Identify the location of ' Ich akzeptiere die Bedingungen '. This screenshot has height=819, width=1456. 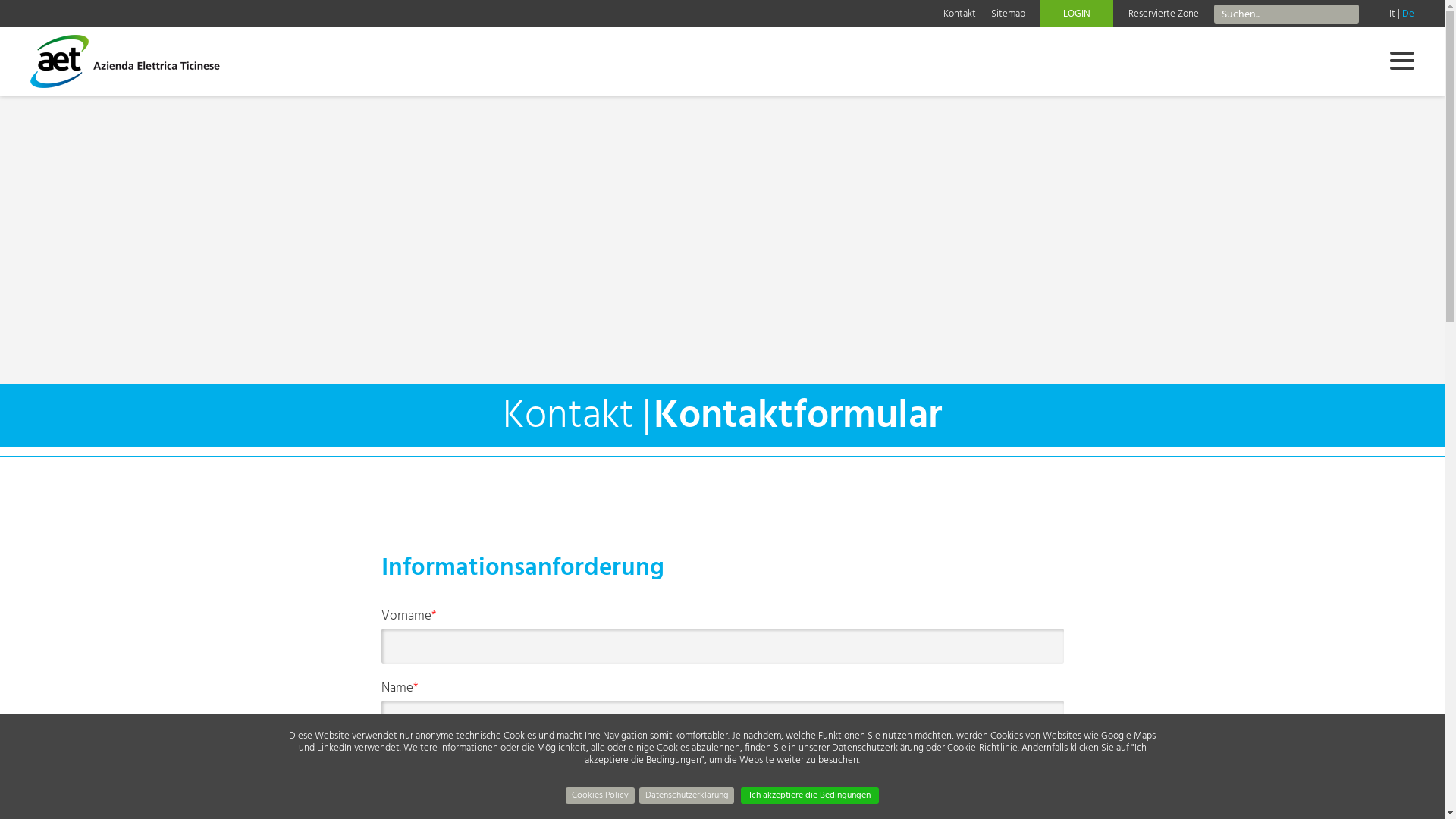
(809, 795).